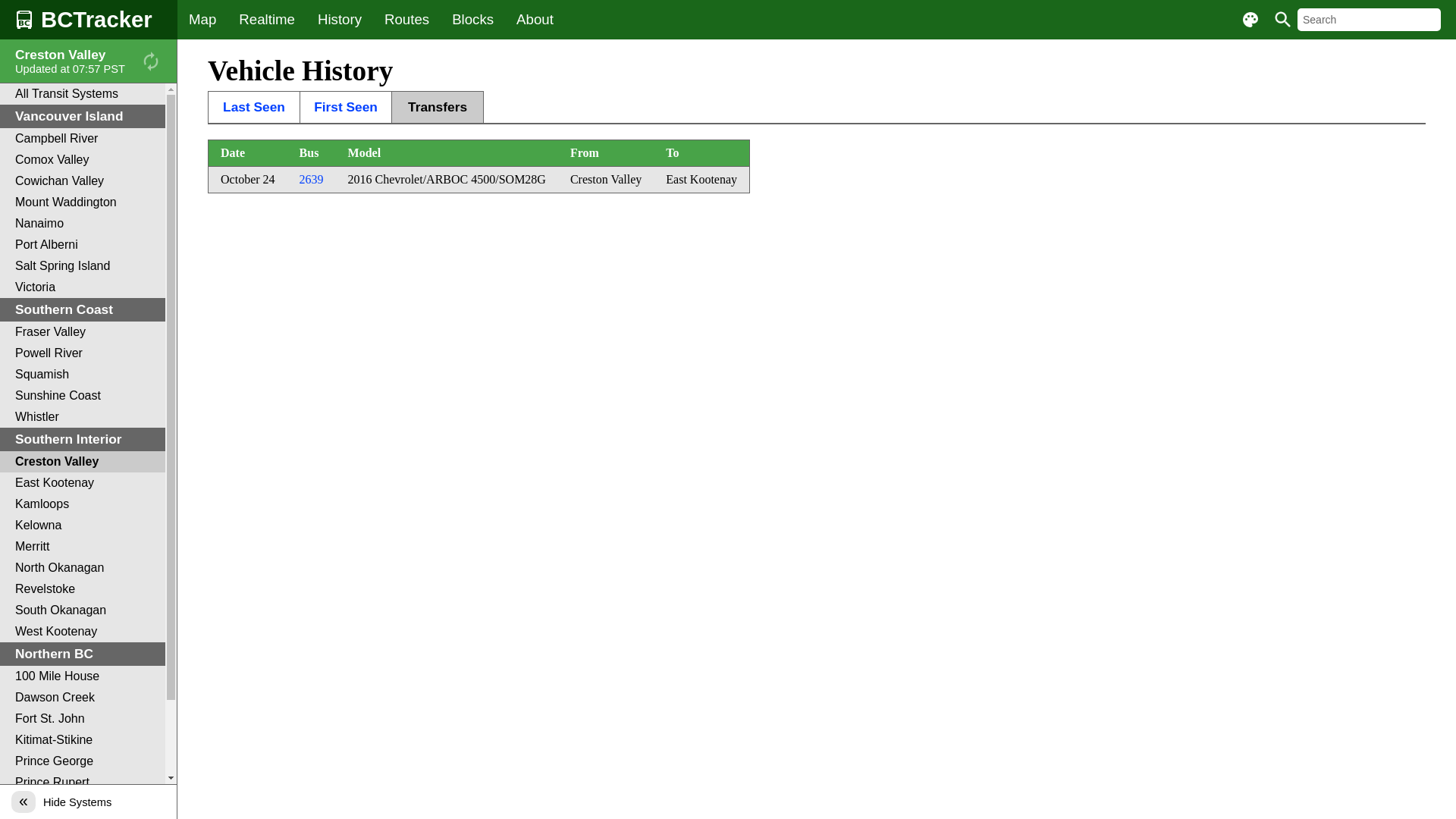 The height and width of the screenshot is (819, 1456). I want to click on 'Fort St. John', so click(82, 718).